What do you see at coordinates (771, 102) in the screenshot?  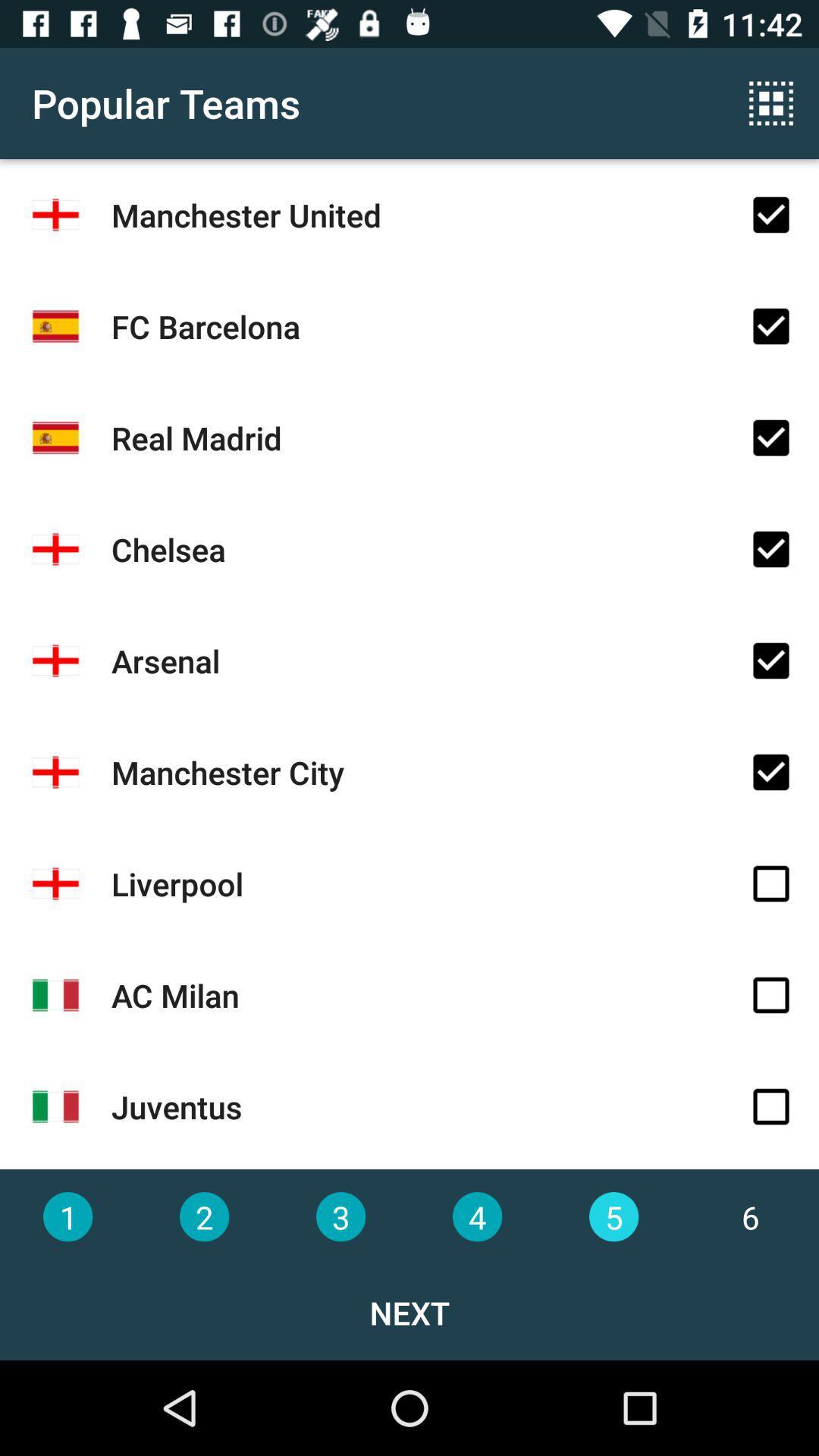 I see `the icon to the right of the popular teams item` at bounding box center [771, 102].